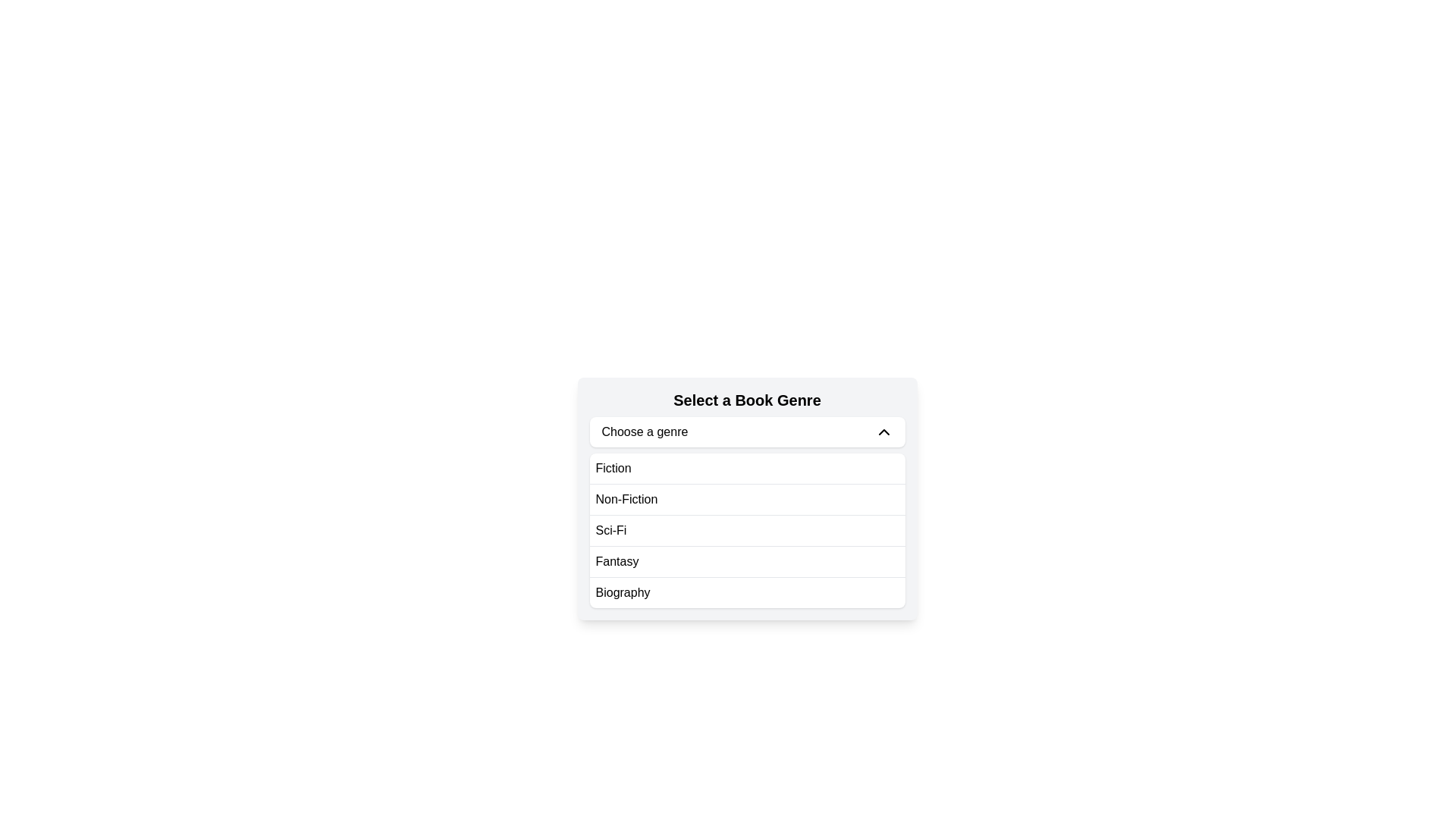 Image resolution: width=1456 pixels, height=819 pixels. I want to click on the 'Fiction' option in the genre selection dropdown menu, so click(613, 467).